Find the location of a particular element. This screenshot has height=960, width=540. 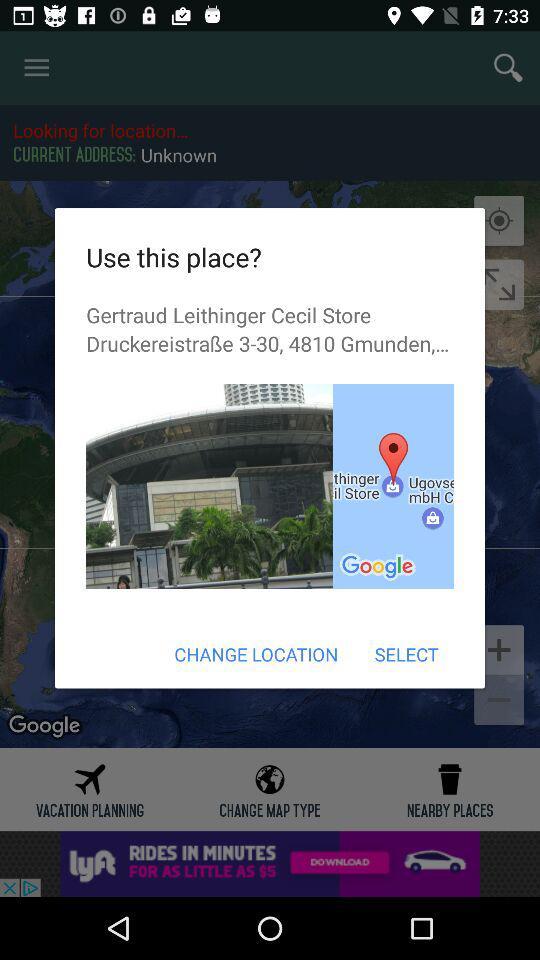

the item at the bottom right corner is located at coordinates (405, 653).